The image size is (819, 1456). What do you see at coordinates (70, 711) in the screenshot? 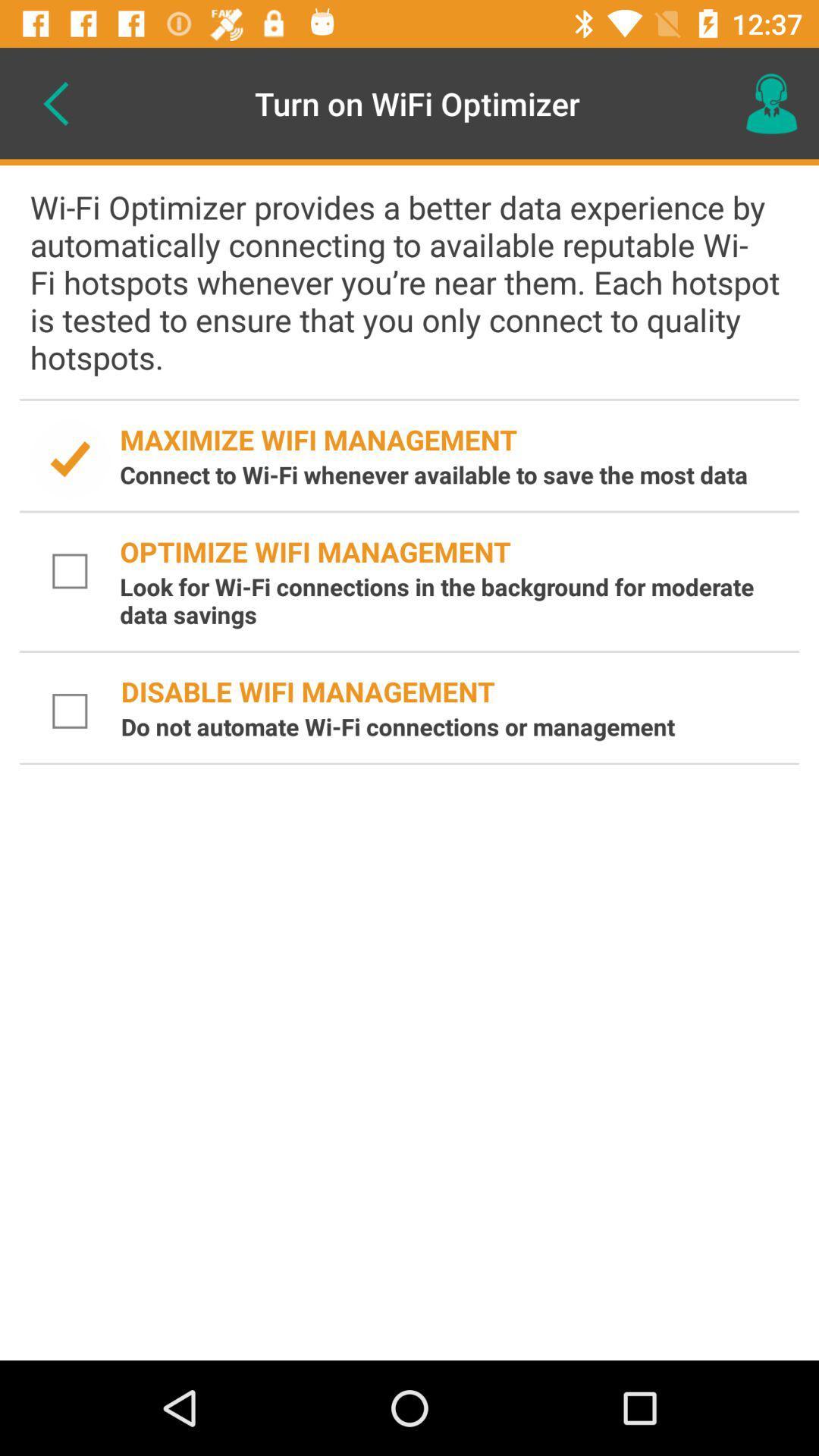
I see `unchecked box` at bounding box center [70, 711].